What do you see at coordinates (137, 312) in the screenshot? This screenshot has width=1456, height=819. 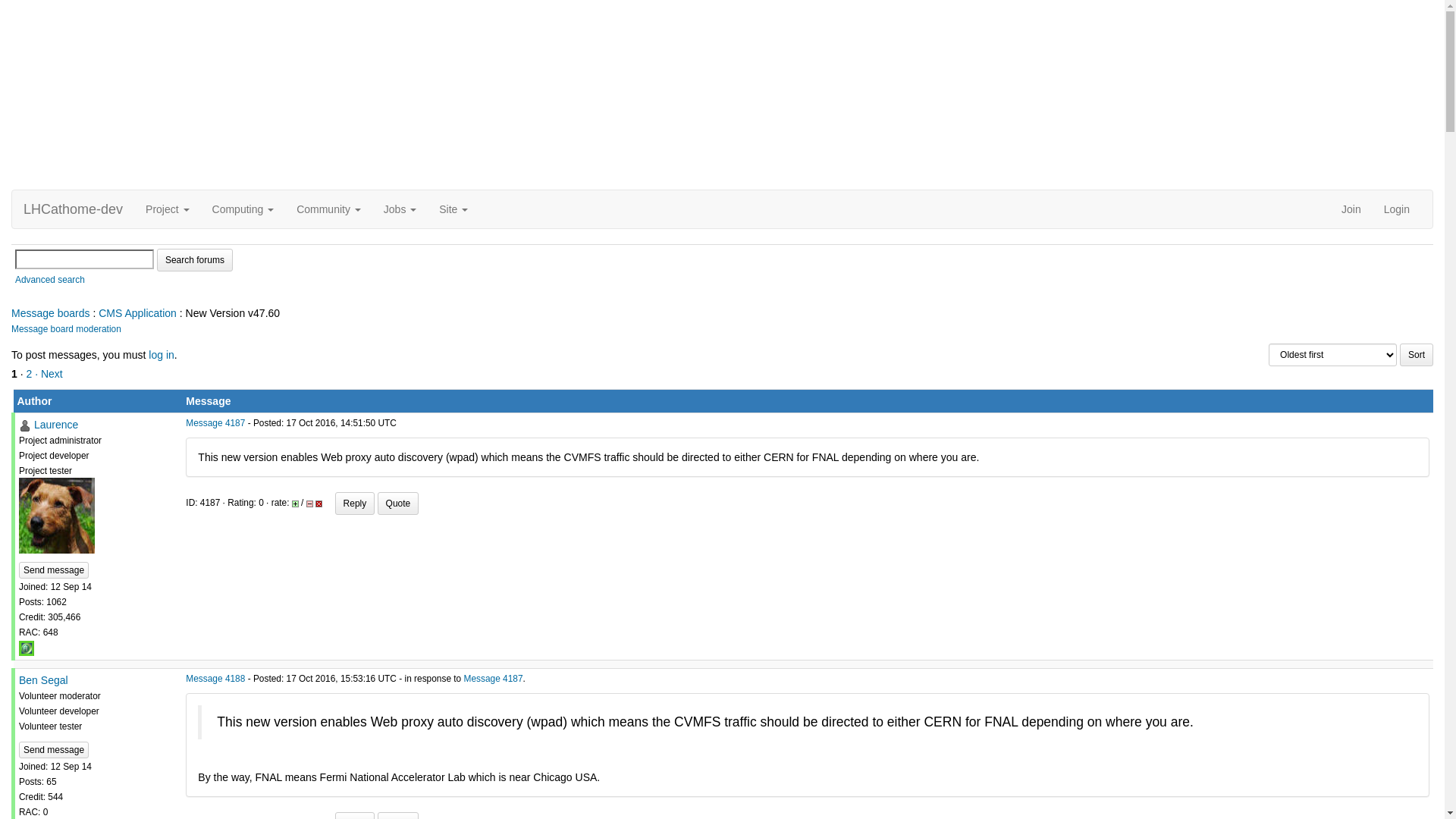 I see `'CMS Application'` at bounding box center [137, 312].